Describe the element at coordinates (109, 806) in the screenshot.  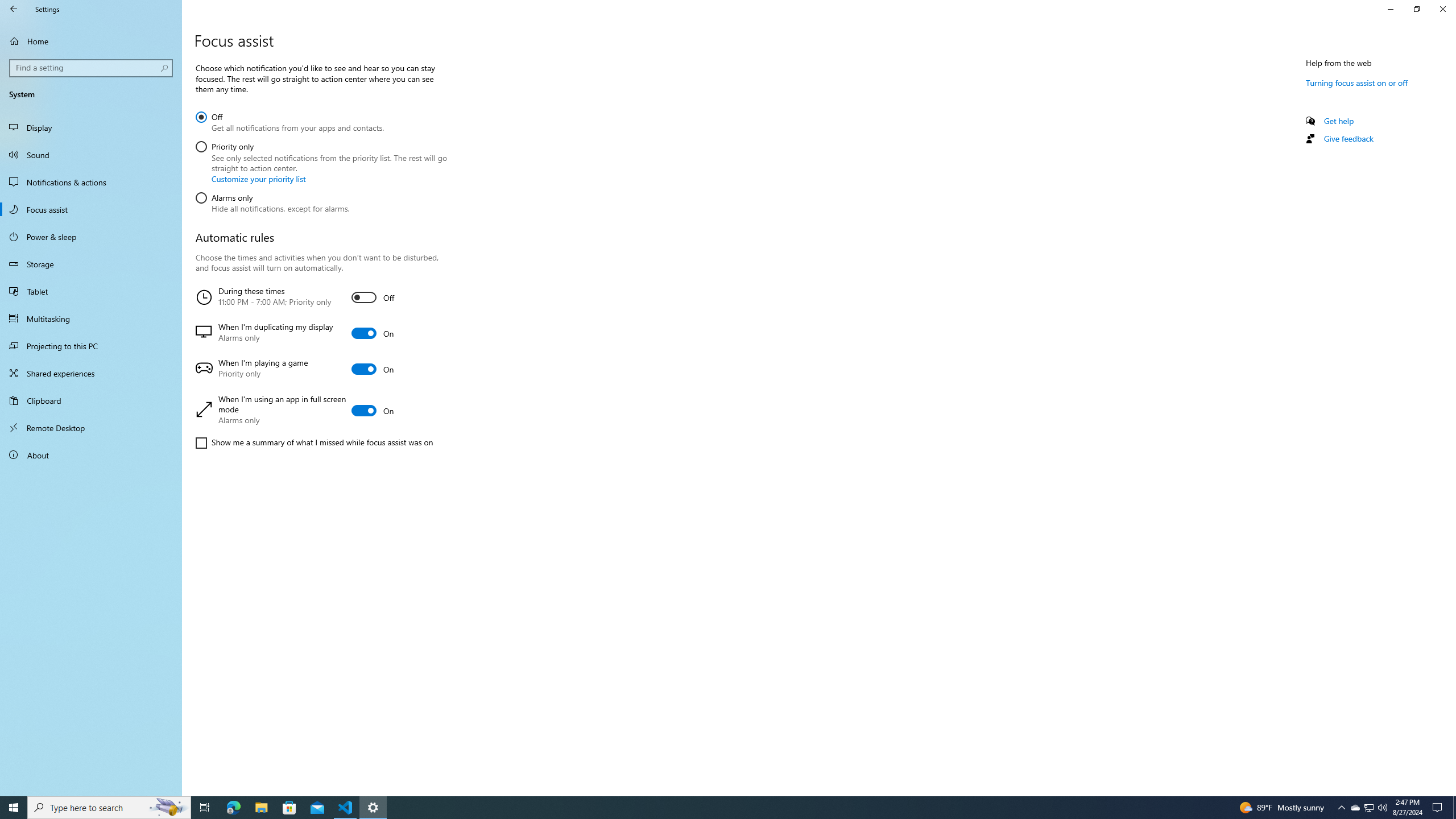
I see `'Type here to search'` at that location.